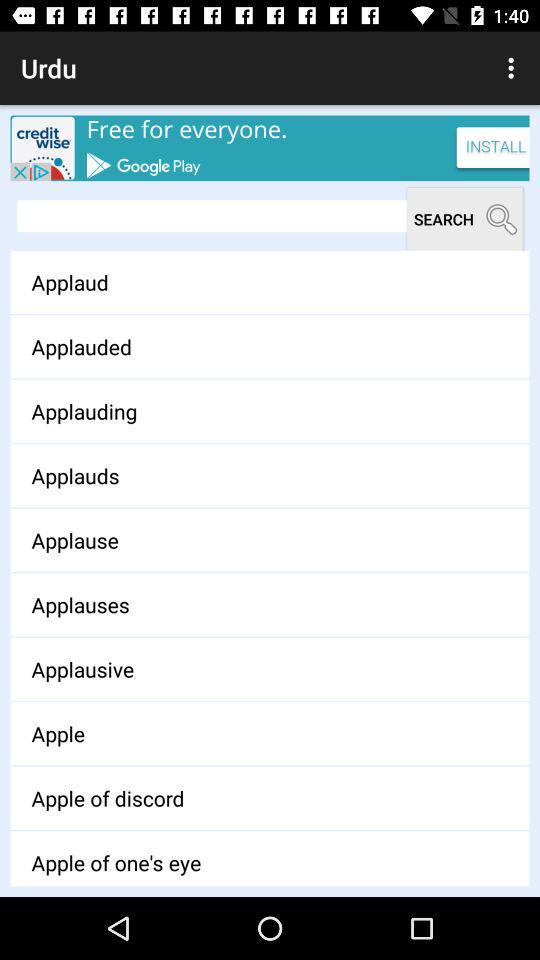  What do you see at coordinates (211, 216) in the screenshot?
I see `search word` at bounding box center [211, 216].